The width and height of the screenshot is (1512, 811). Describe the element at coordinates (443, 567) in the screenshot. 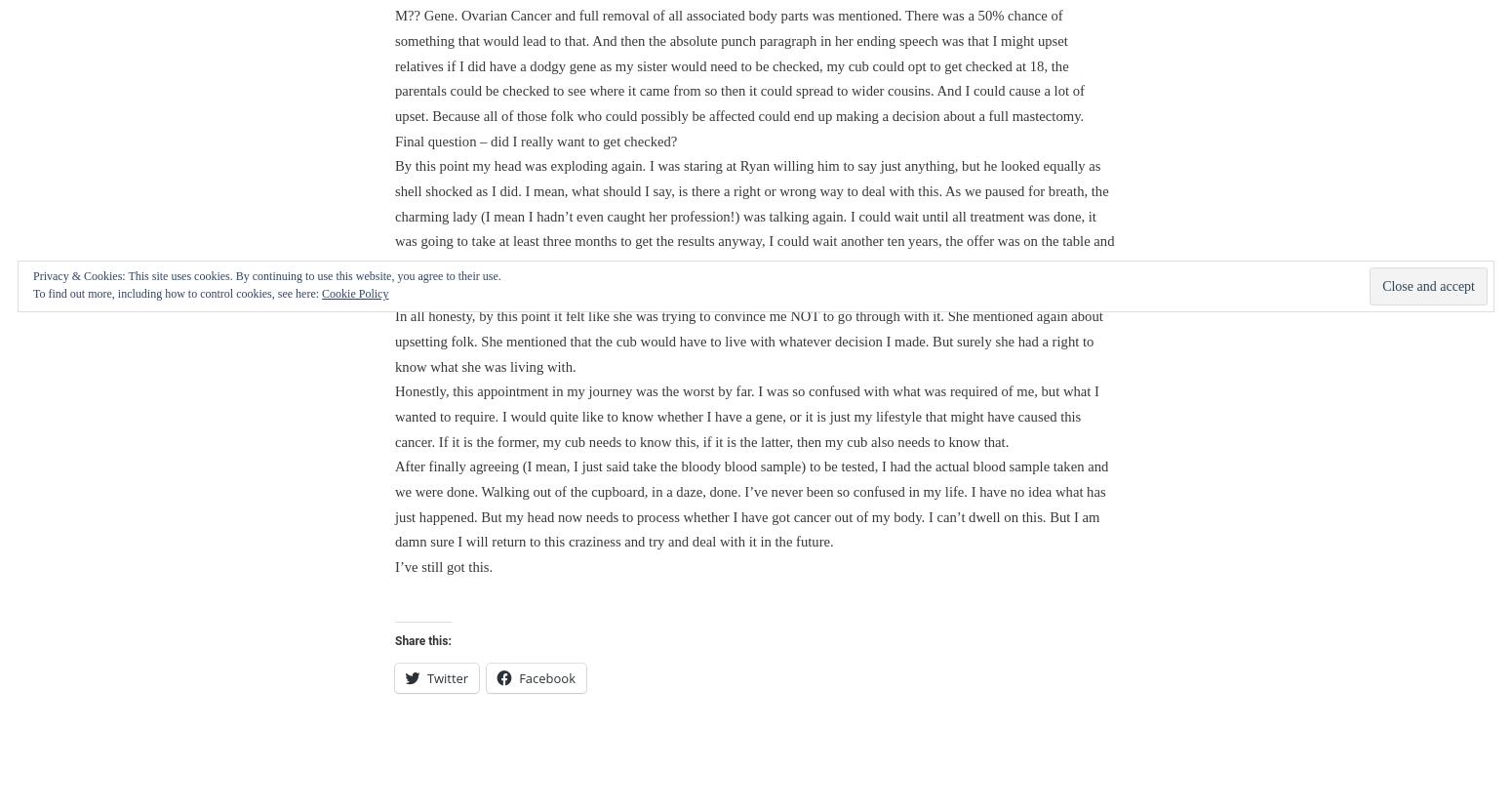

I see `'I’ve still got this.'` at that location.